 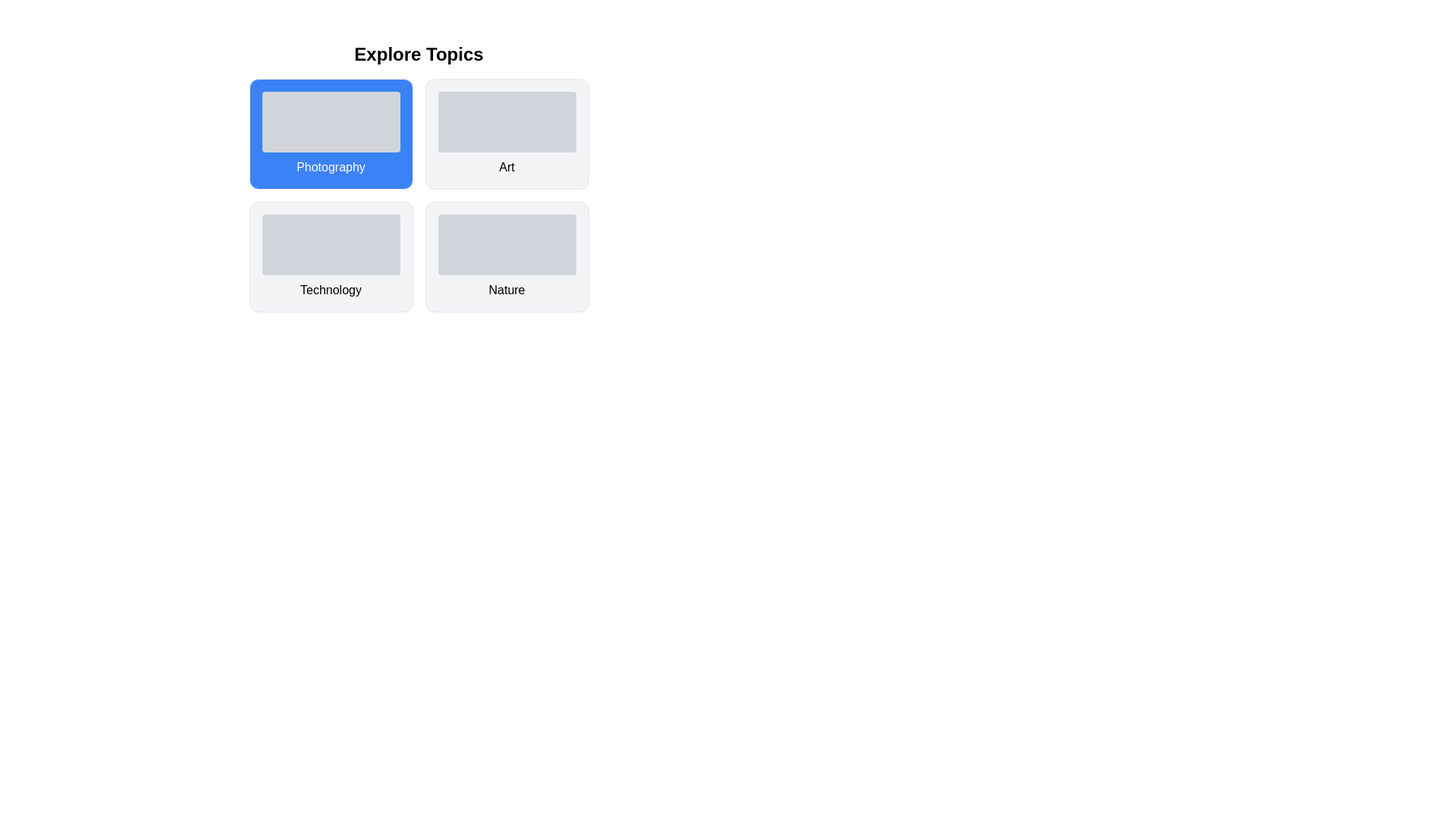 I want to click on the card labeled Art, so click(x=507, y=133).